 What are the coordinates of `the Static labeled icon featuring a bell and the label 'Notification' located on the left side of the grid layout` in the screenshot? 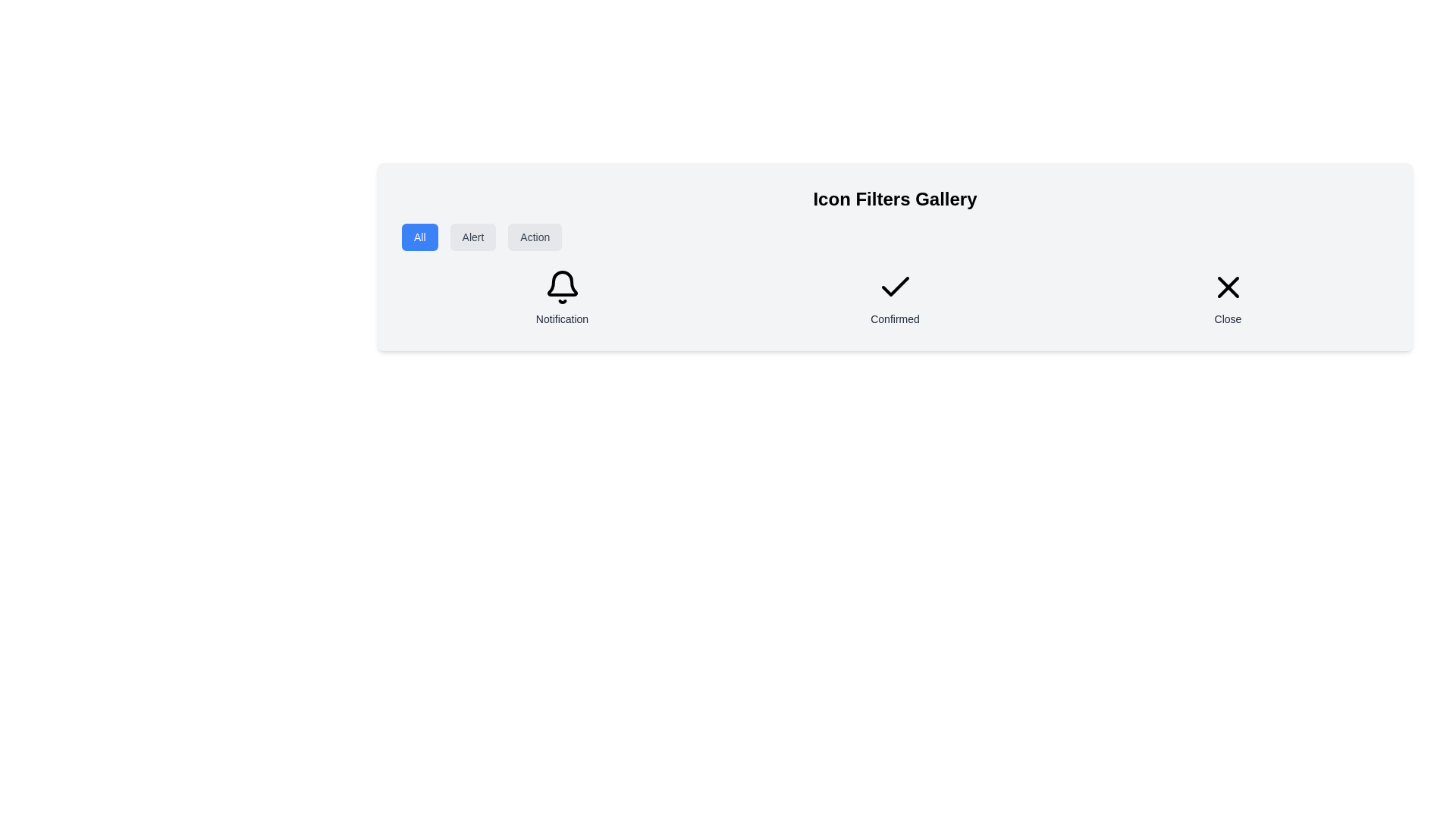 It's located at (561, 298).